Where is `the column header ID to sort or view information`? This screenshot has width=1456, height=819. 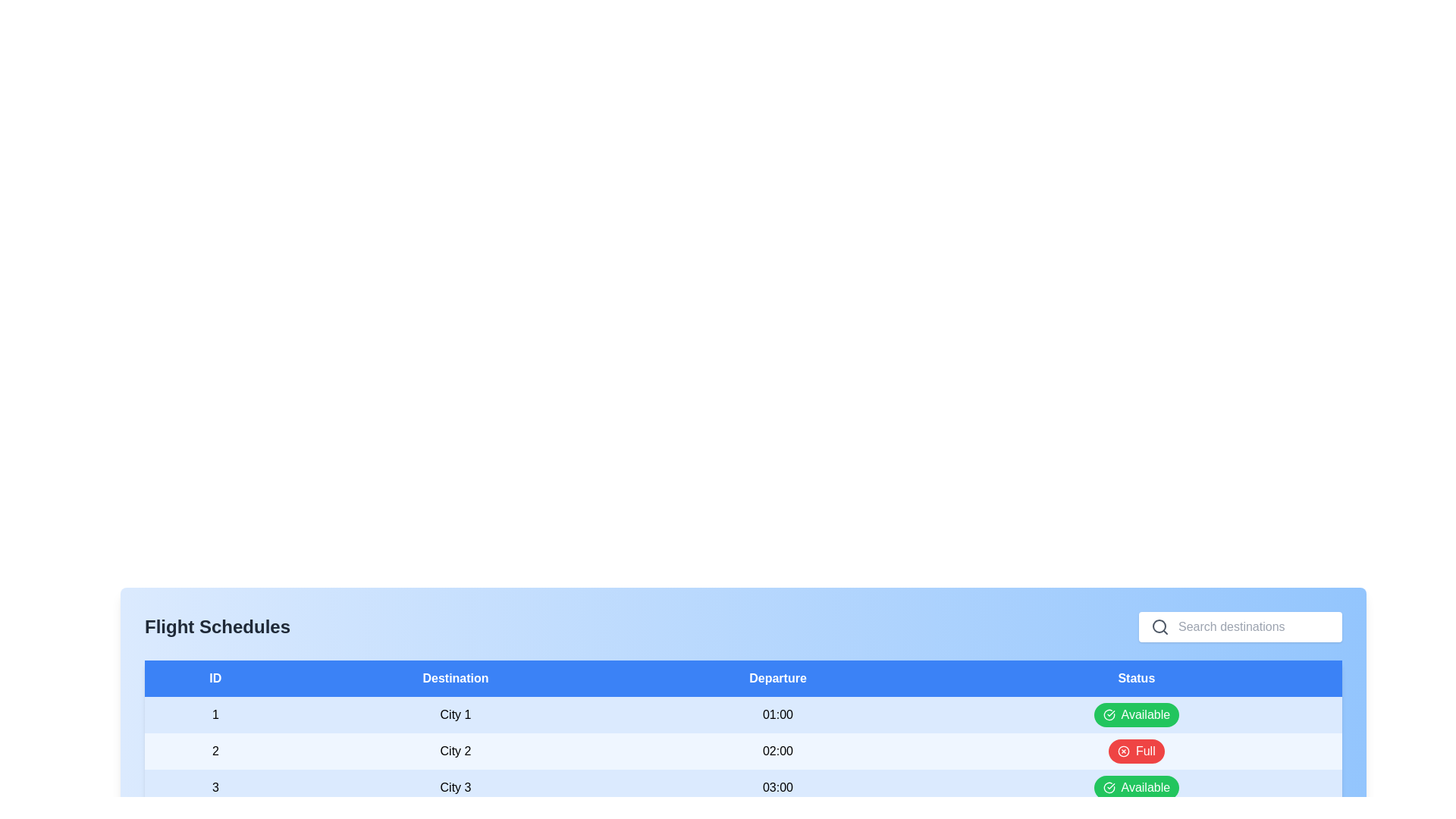
the column header ID to sort or view information is located at coordinates (214, 677).